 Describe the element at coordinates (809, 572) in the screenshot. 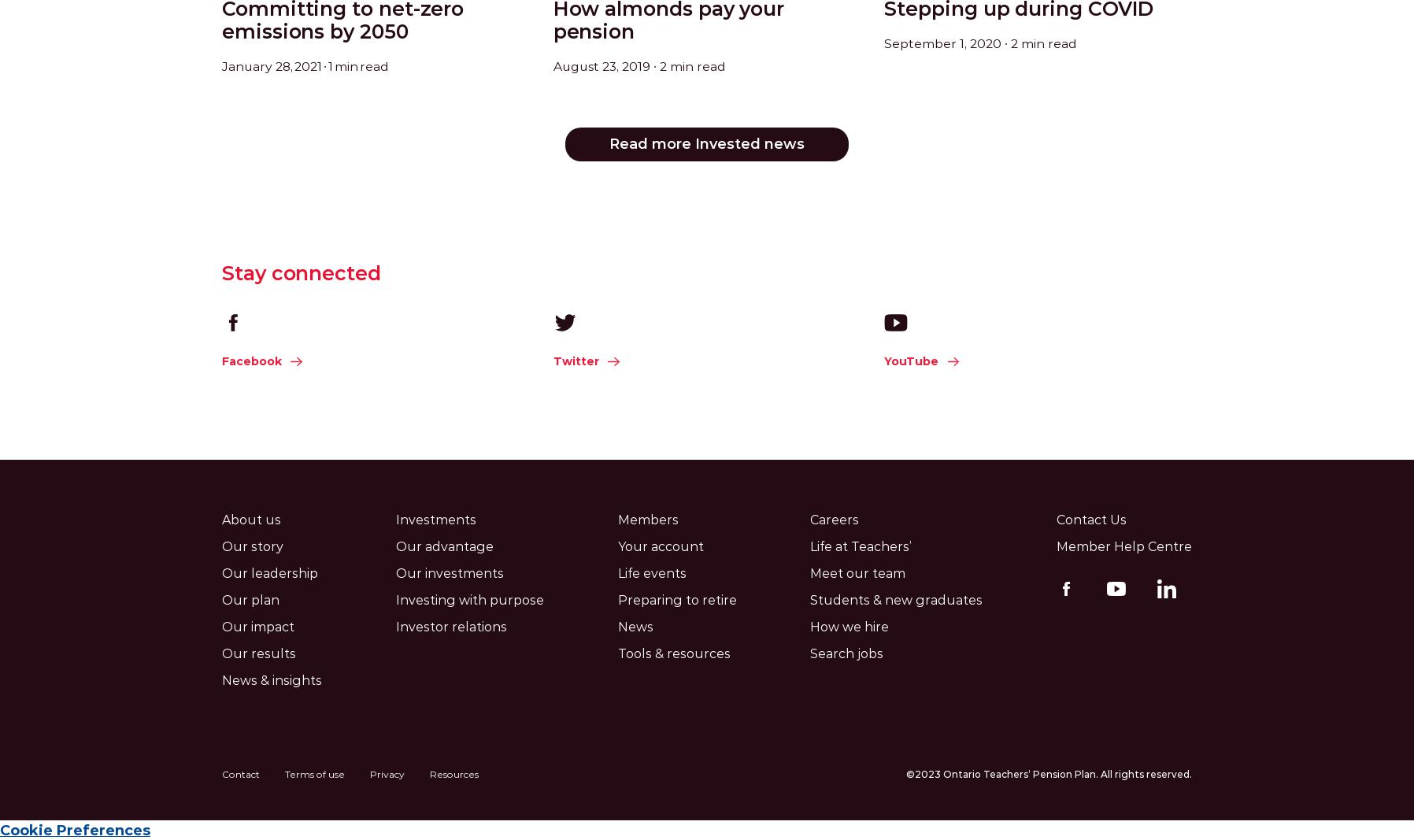

I see `'Meet our team'` at that location.